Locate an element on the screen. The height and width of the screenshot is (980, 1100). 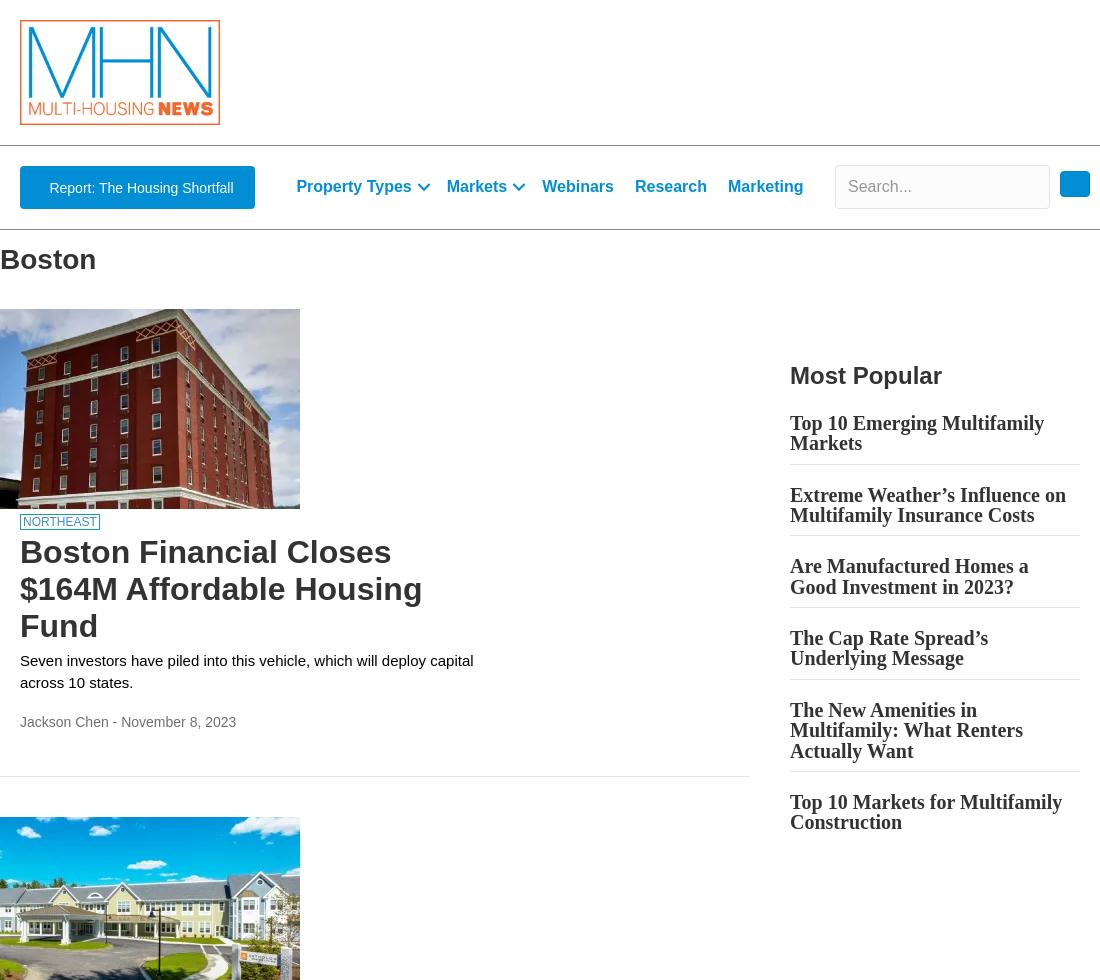
'Markets' is located at coordinates (475, 186).